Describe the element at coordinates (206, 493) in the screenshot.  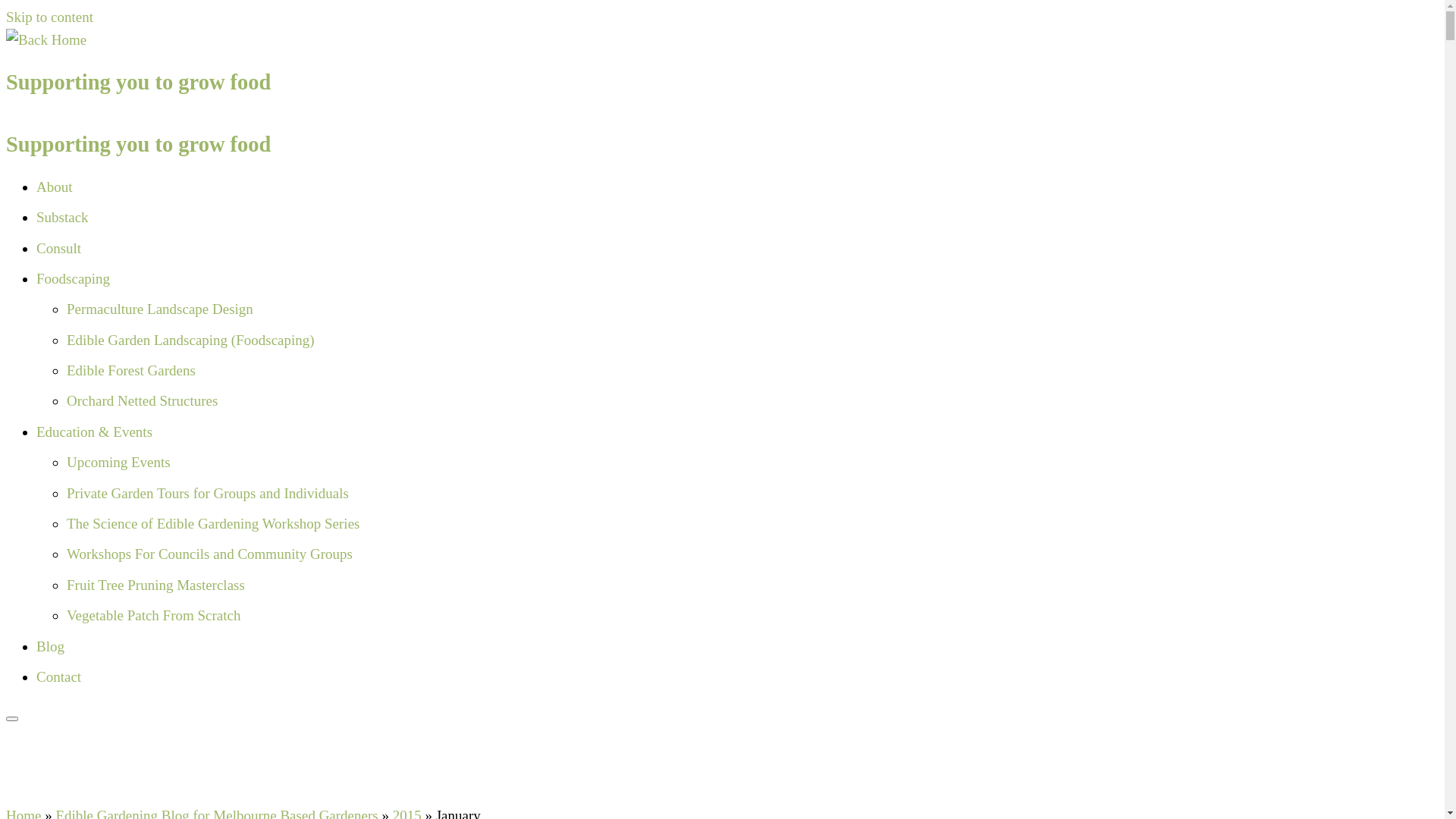
I see `'Private Garden Tours for Groups and Individuals'` at that location.